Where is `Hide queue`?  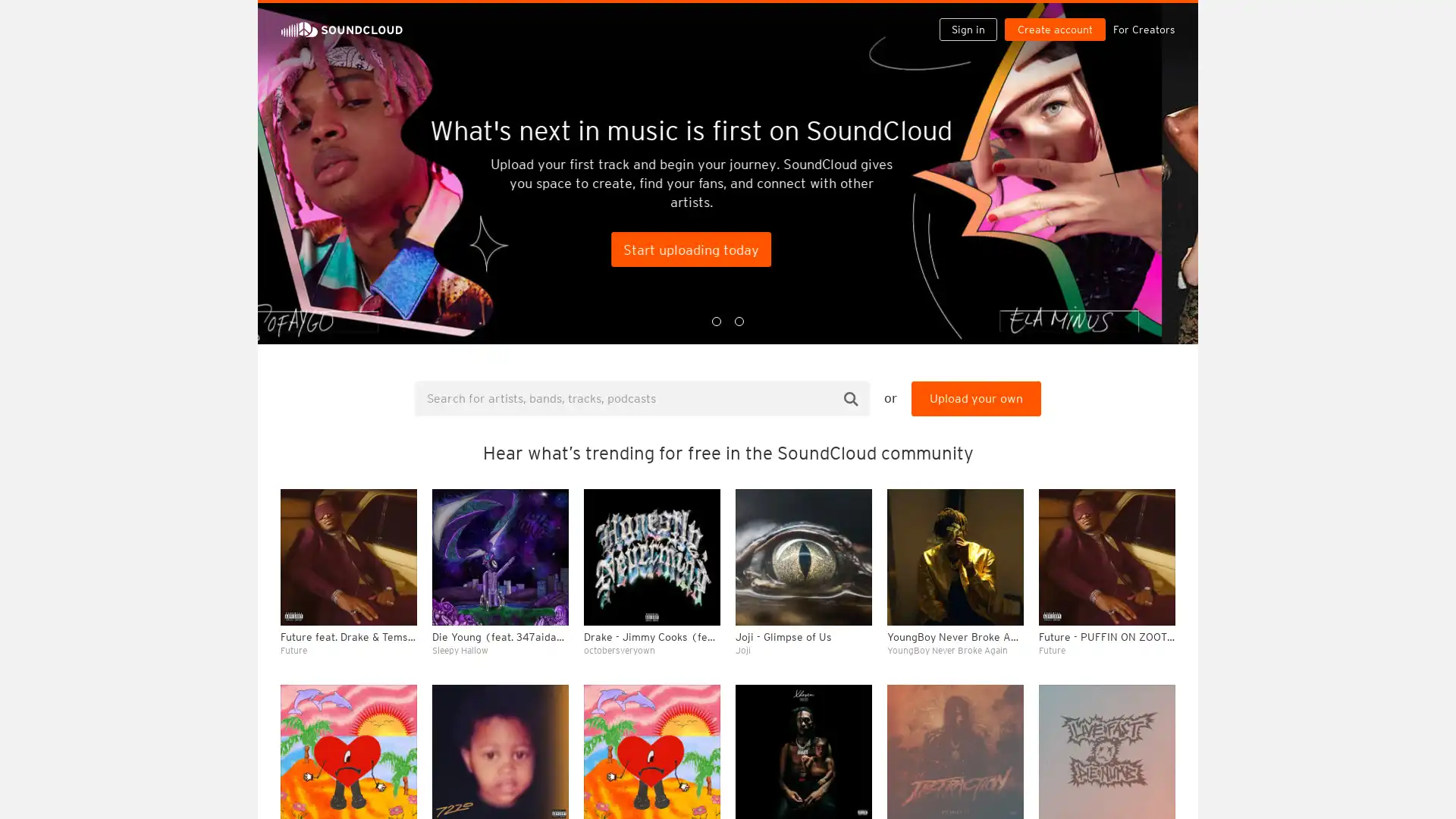 Hide queue is located at coordinates (1165, 414).